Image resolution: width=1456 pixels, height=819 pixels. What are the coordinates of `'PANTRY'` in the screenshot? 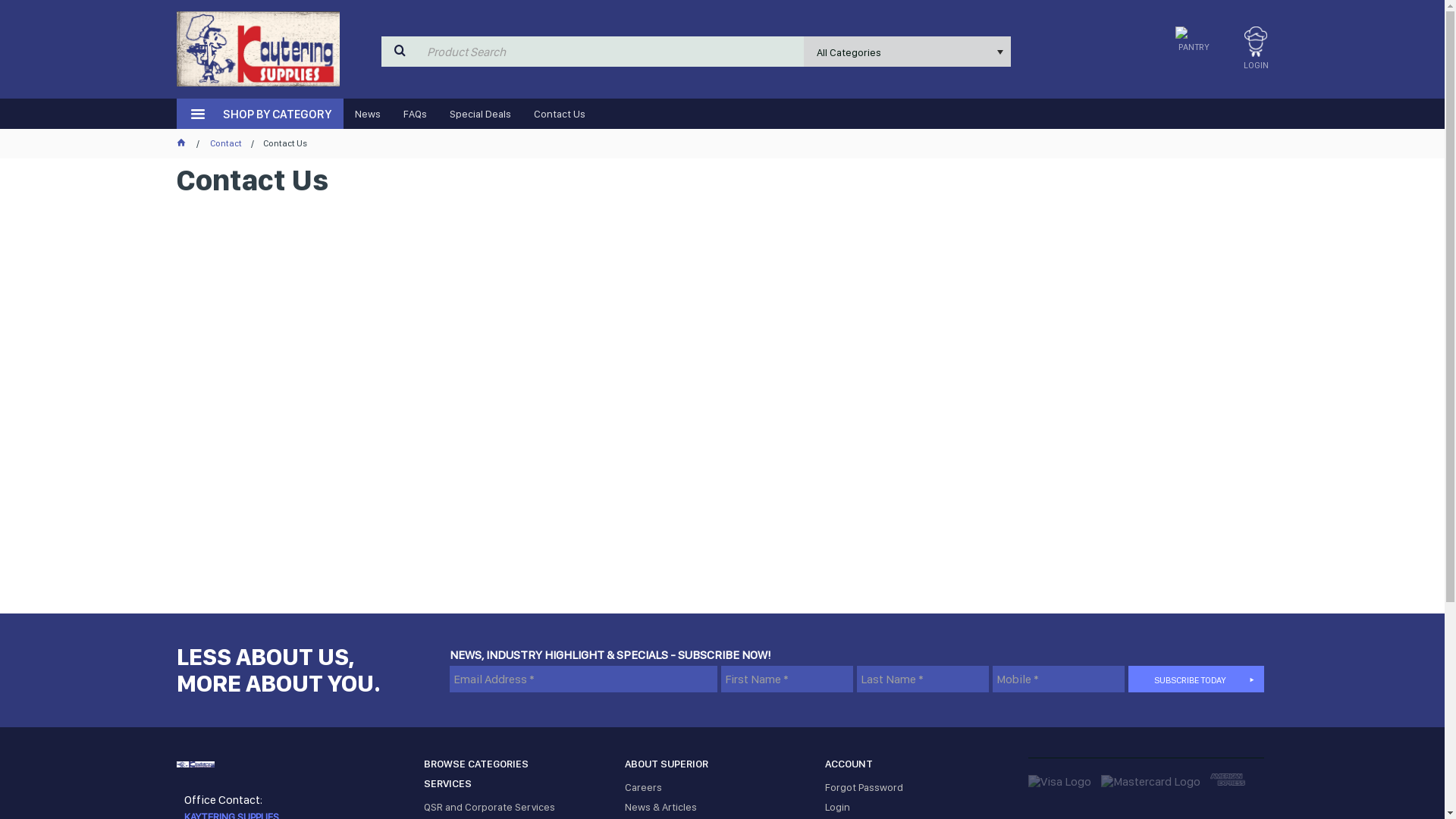 It's located at (1193, 40).